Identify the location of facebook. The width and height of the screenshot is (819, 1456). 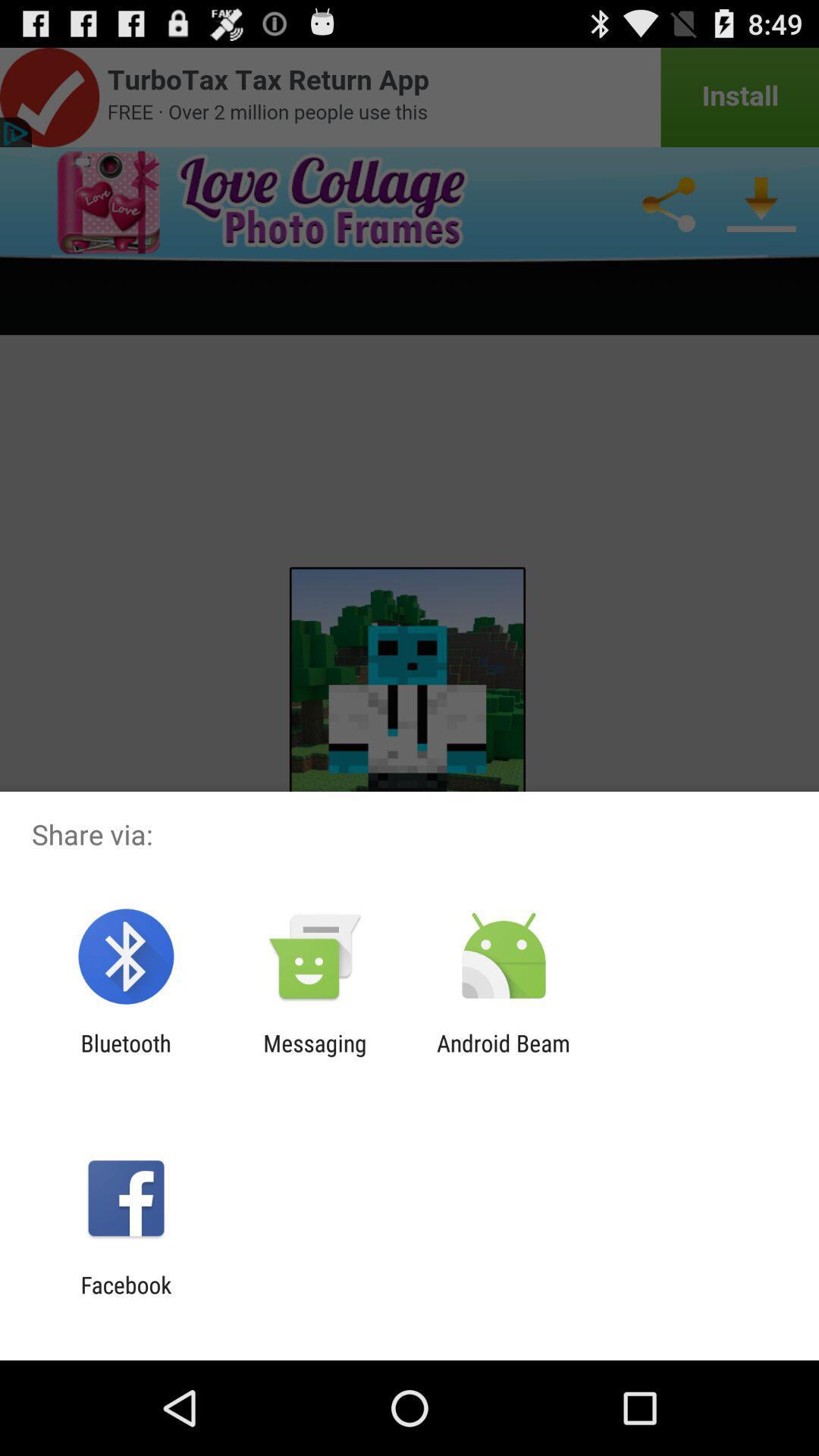
(125, 1298).